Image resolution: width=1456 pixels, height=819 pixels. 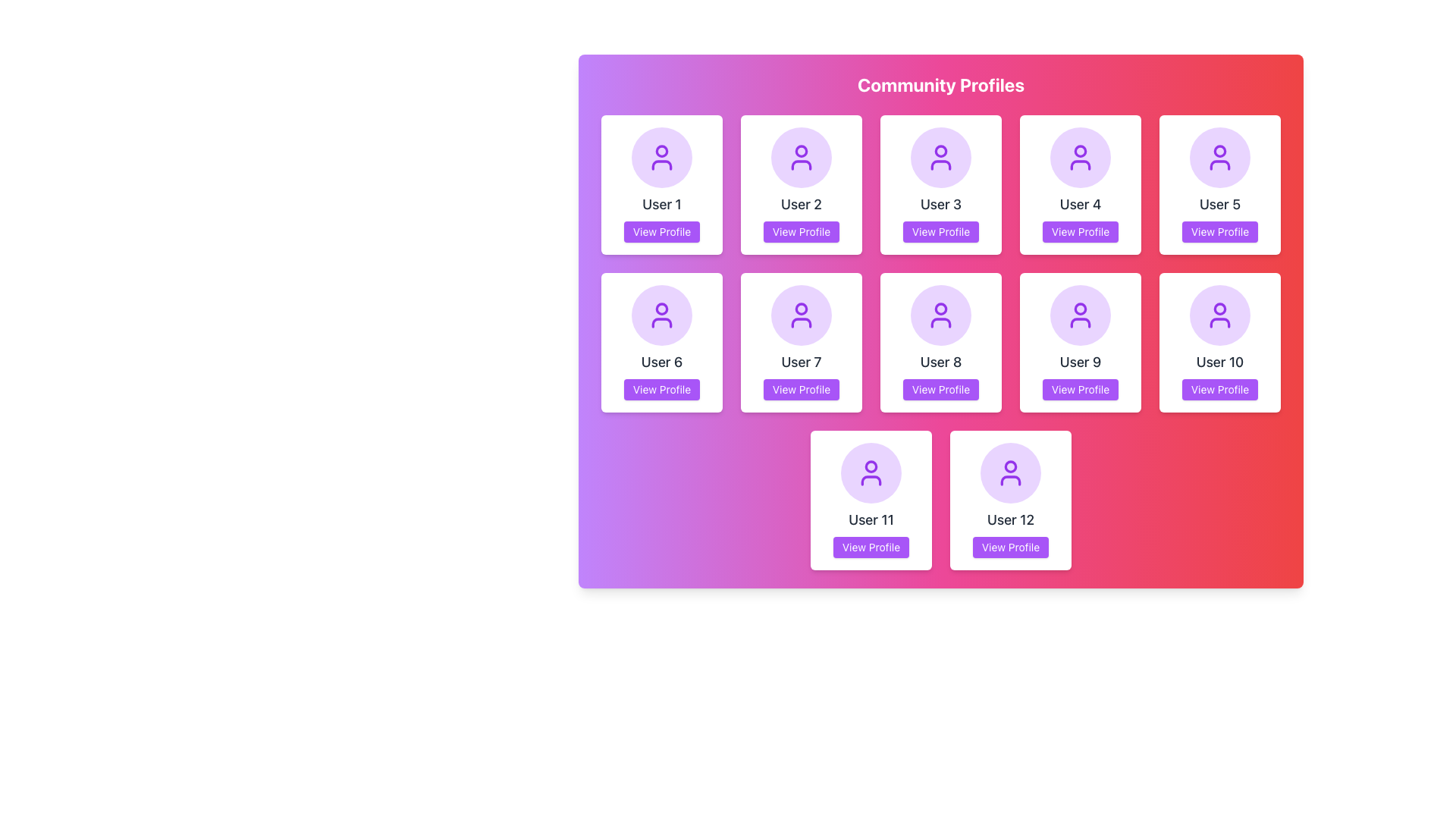 I want to click on the user avatar icon for the 'User 10' profile located in the top-right corner of the 'User 10' card under the 'Community Profiles' header, so click(x=1219, y=315).